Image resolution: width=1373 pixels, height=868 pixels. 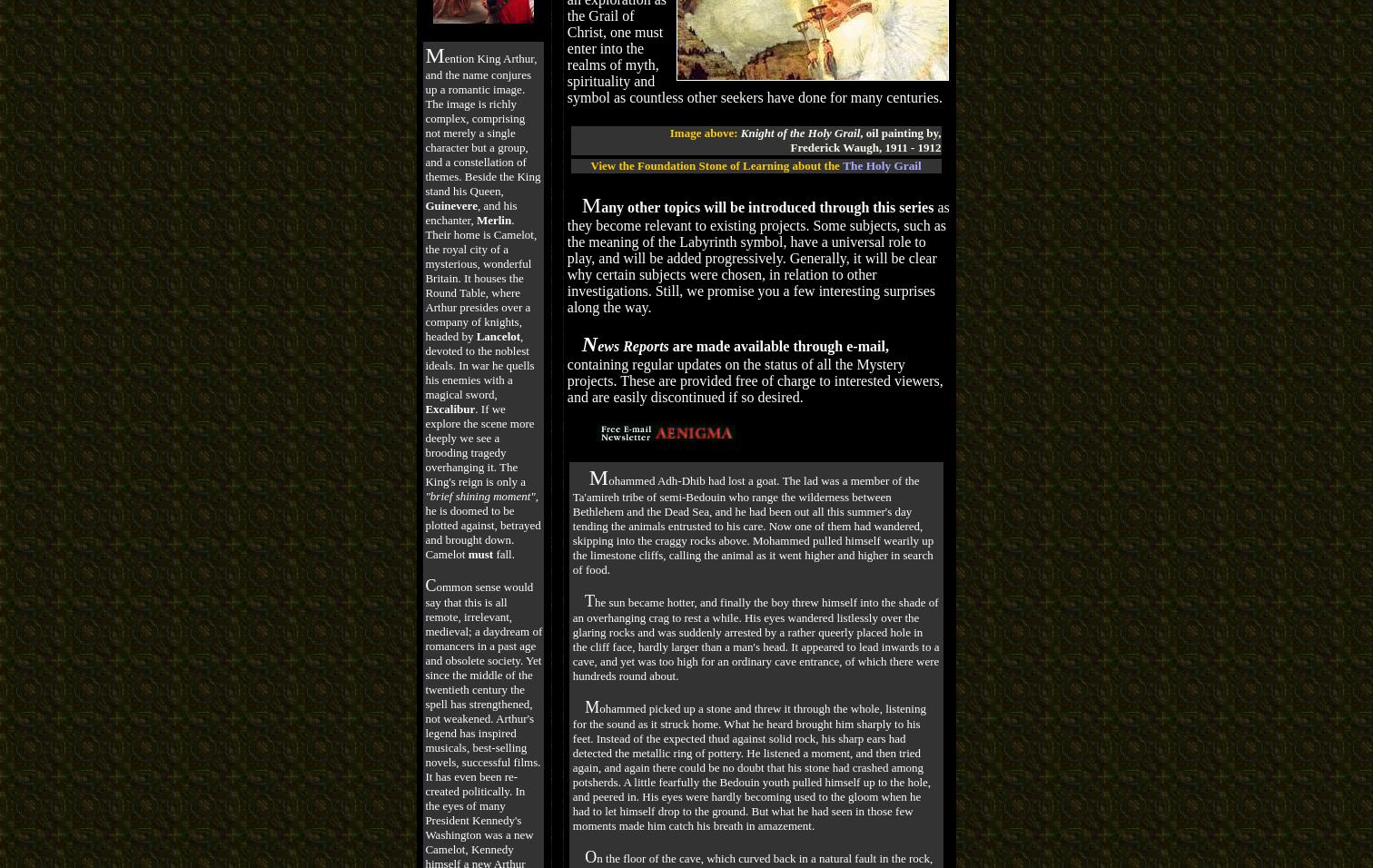 What do you see at coordinates (757, 255) in the screenshot?
I see `'as they become relevant to 
        existing projects. Some subjects, such as the meaning of the Labyrinth symbol, have 
        a universal role to play, and will be added progressively. Generally, it will be clear 
        why certain subjects were chosen, in relation to other investigations. Still, we promise 
        you a few interesting surprises along the way.'` at bounding box center [757, 255].